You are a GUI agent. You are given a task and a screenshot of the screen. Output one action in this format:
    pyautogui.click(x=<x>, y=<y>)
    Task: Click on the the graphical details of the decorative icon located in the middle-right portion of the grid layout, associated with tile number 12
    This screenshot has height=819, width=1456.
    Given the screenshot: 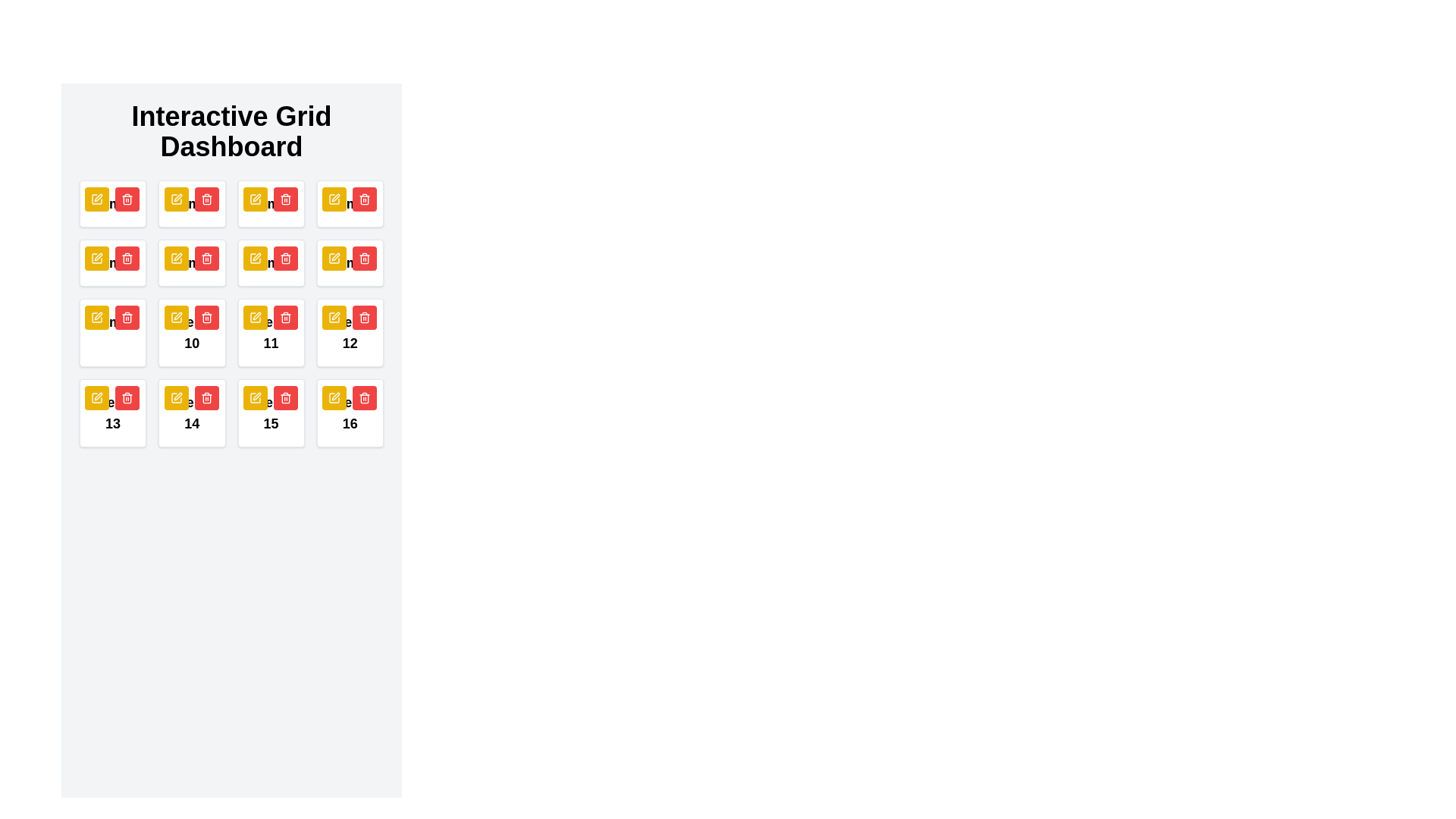 What is the action you would take?
    pyautogui.click(x=334, y=257)
    